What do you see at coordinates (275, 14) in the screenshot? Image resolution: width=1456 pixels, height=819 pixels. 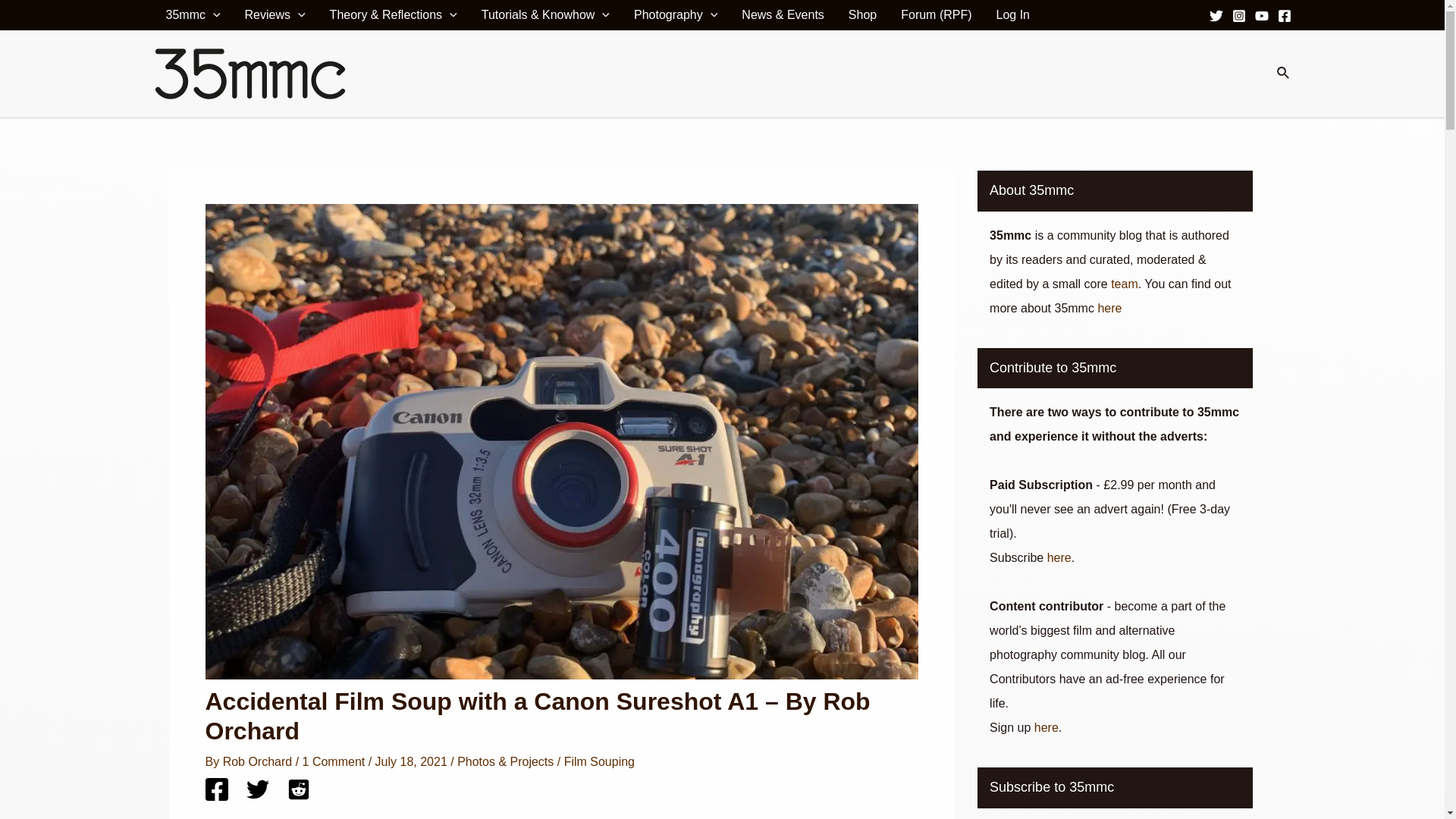 I see `'Reviews'` at bounding box center [275, 14].